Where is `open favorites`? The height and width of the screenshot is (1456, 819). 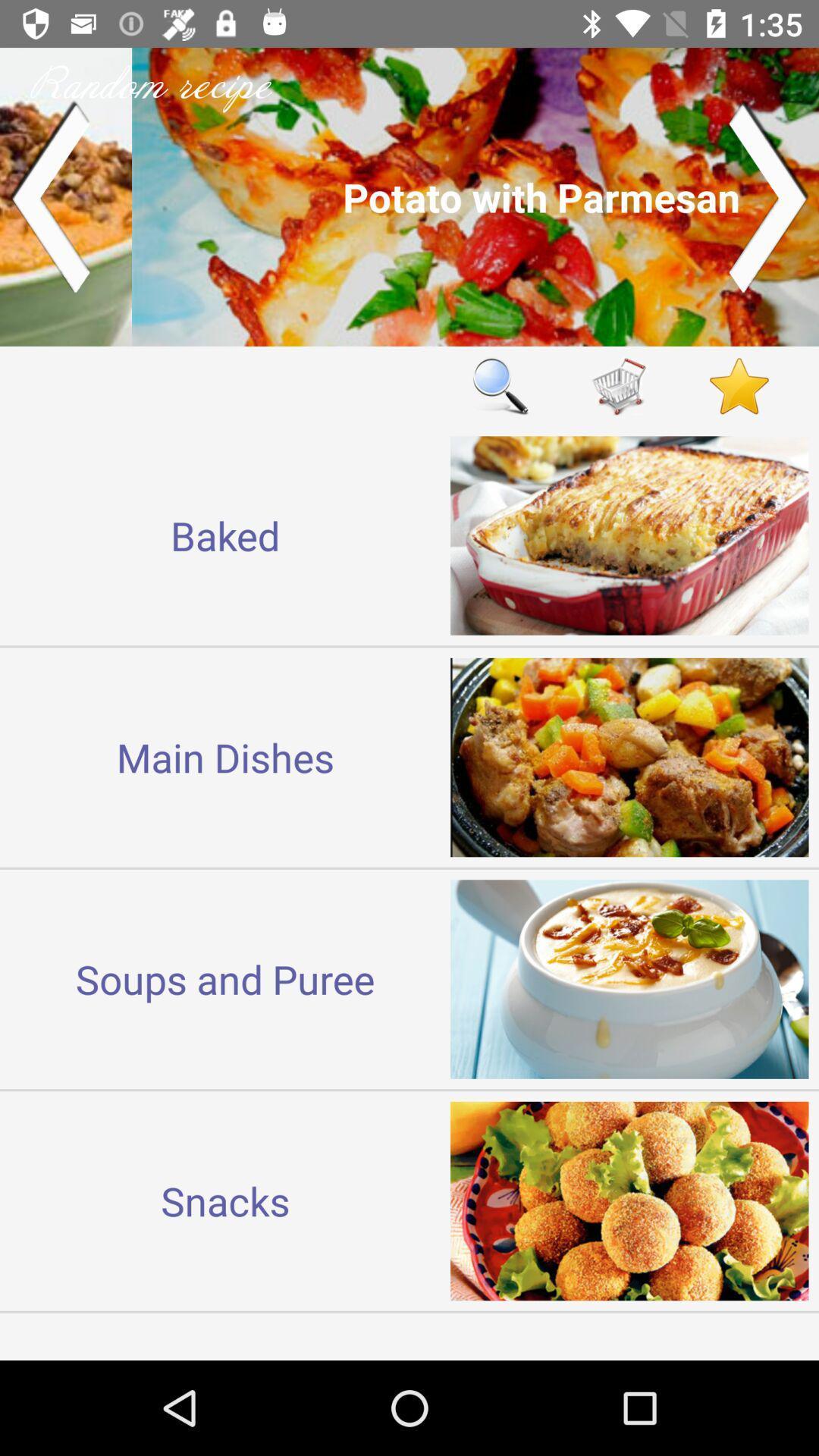
open favorites is located at coordinates (739, 386).